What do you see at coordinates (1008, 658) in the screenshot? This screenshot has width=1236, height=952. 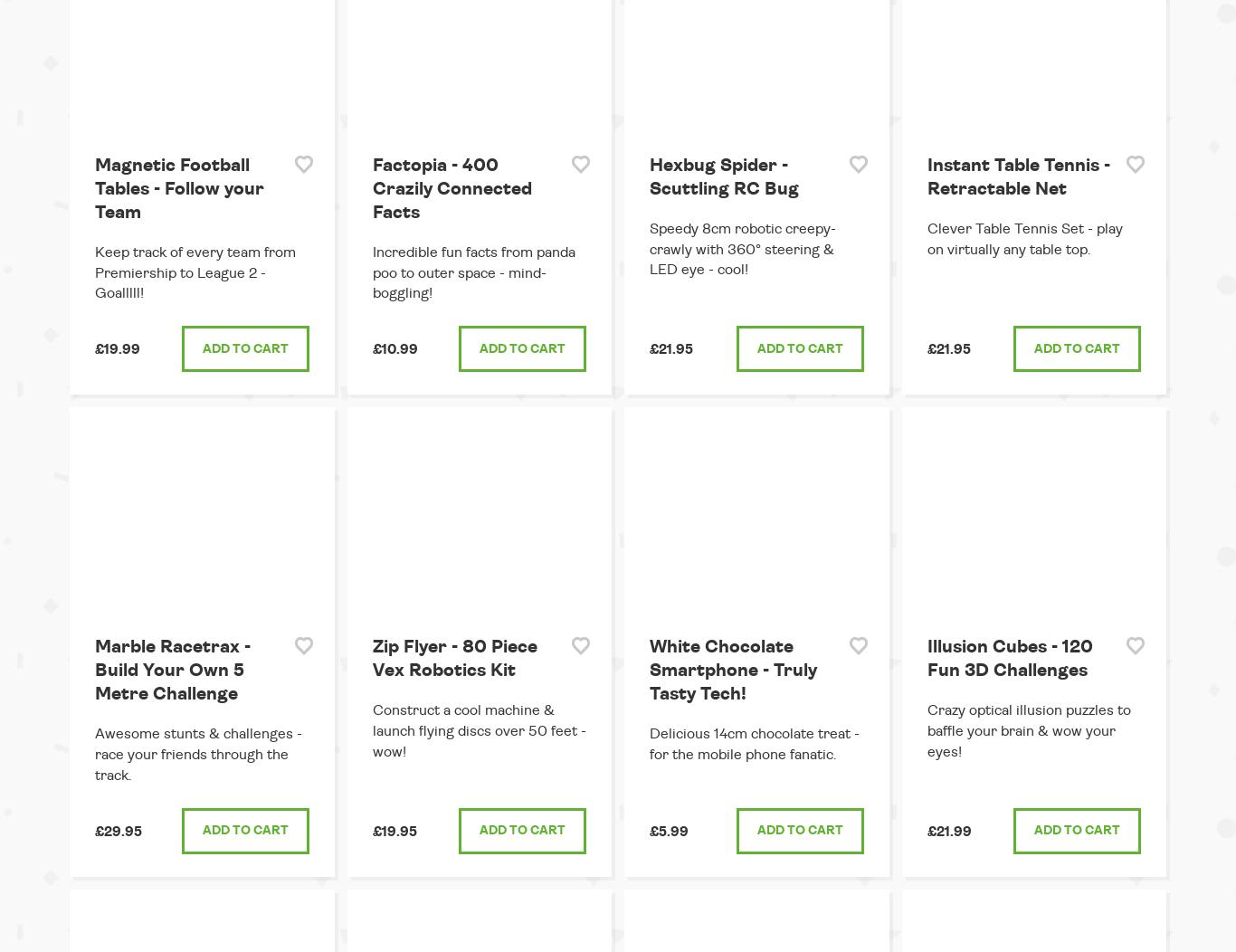 I see `'Illusion Cubes - 120 Fun 3D Challenges'` at bounding box center [1008, 658].